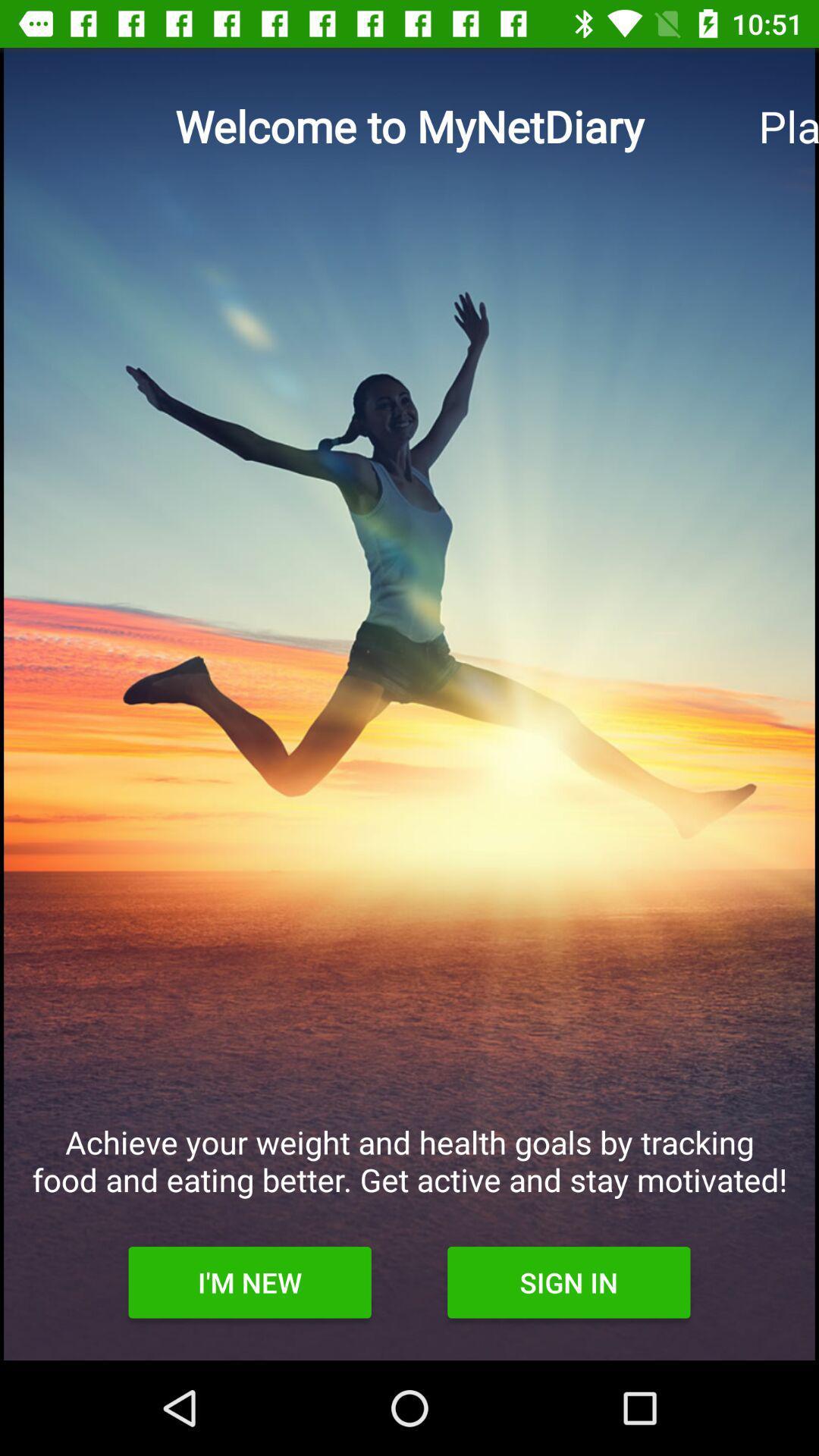 The height and width of the screenshot is (1456, 819). Describe the element at coordinates (569, 1282) in the screenshot. I see `the item to the right of the i'm new item` at that location.